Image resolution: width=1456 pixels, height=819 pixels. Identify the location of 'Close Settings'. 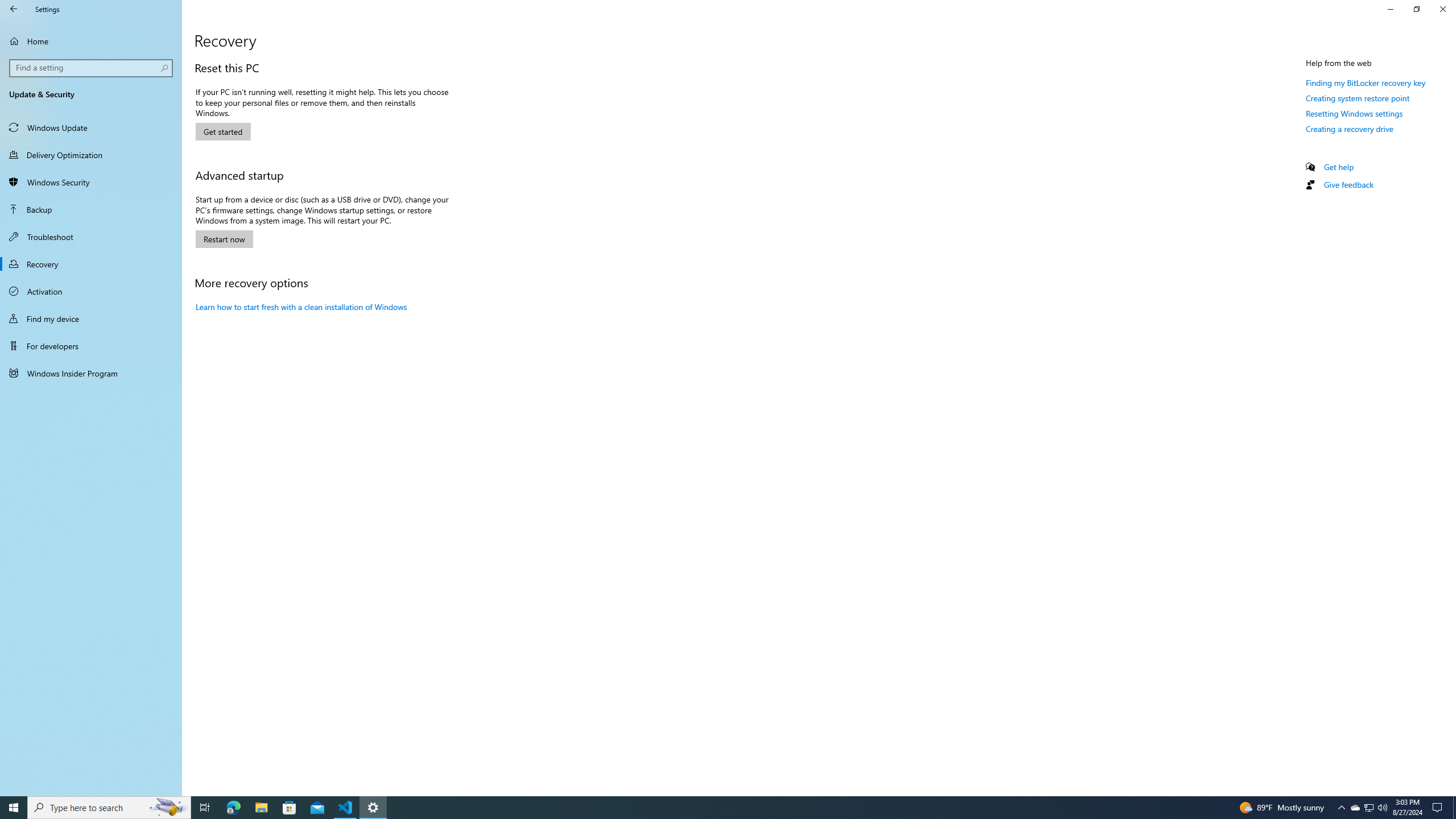
(1442, 9).